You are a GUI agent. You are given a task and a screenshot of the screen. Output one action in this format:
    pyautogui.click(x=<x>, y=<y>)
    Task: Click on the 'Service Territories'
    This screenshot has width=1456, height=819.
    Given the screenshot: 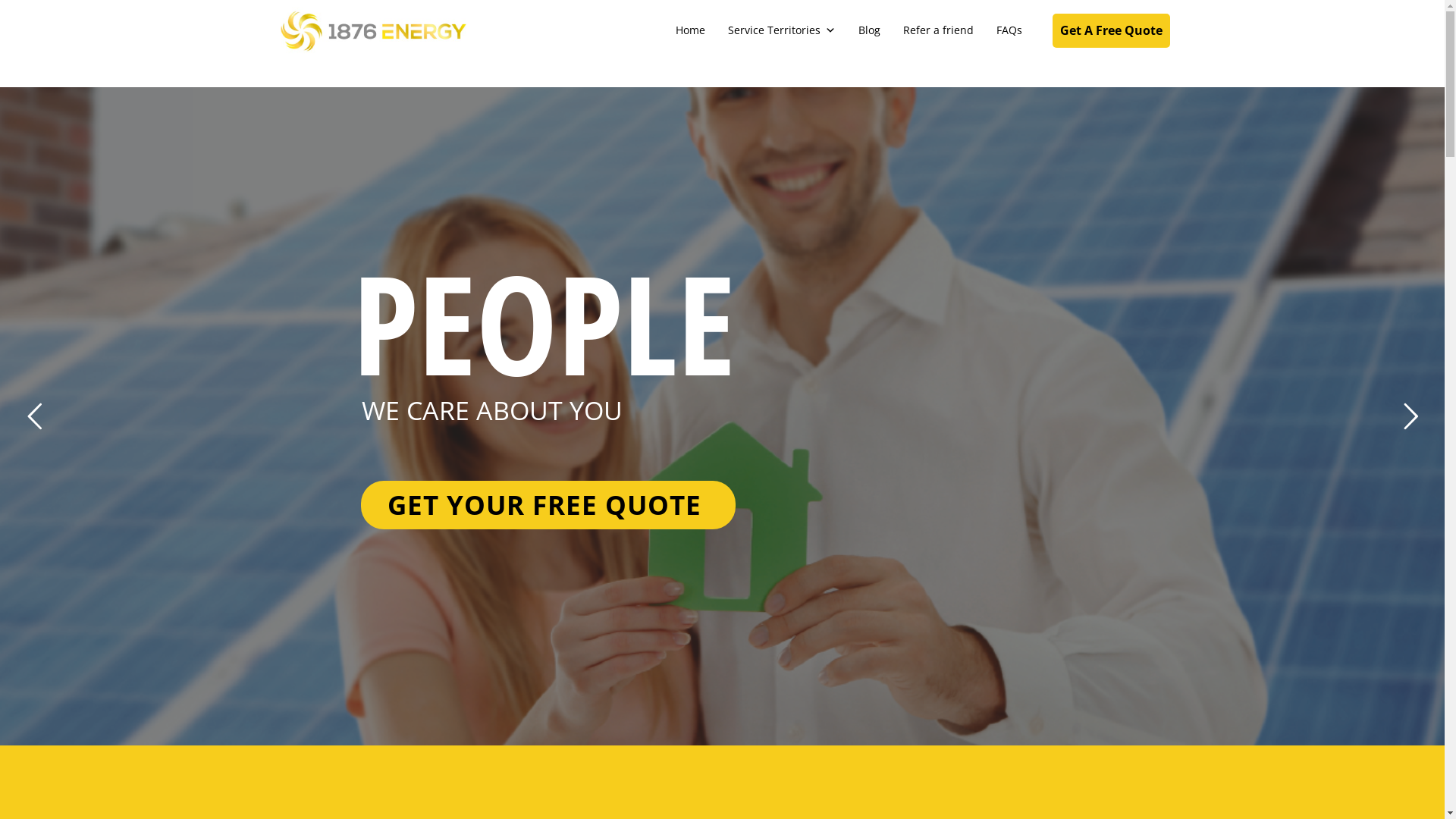 What is the action you would take?
    pyautogui.click(x=782, y=30)
    